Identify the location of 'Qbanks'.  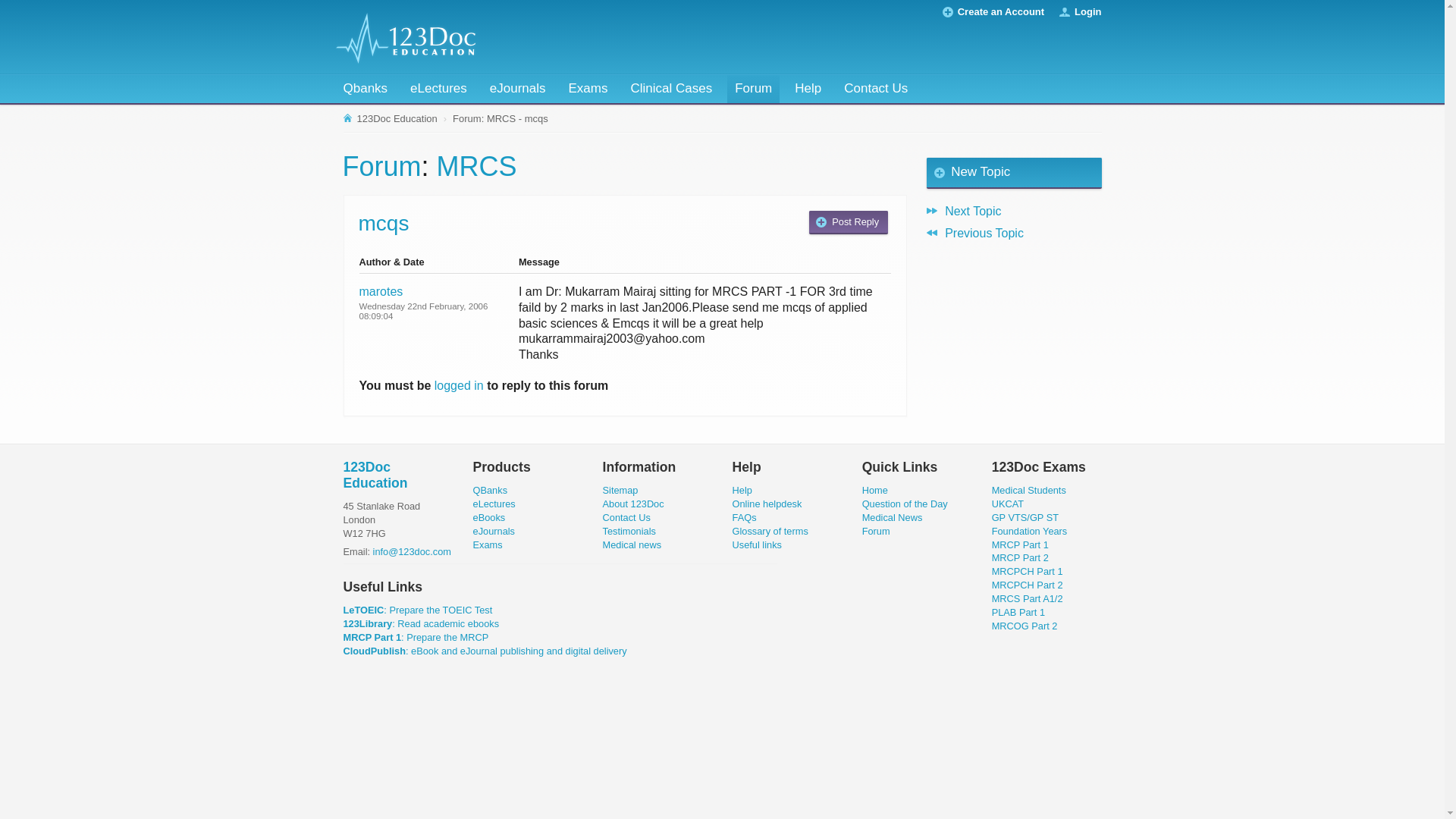
(365, 89).